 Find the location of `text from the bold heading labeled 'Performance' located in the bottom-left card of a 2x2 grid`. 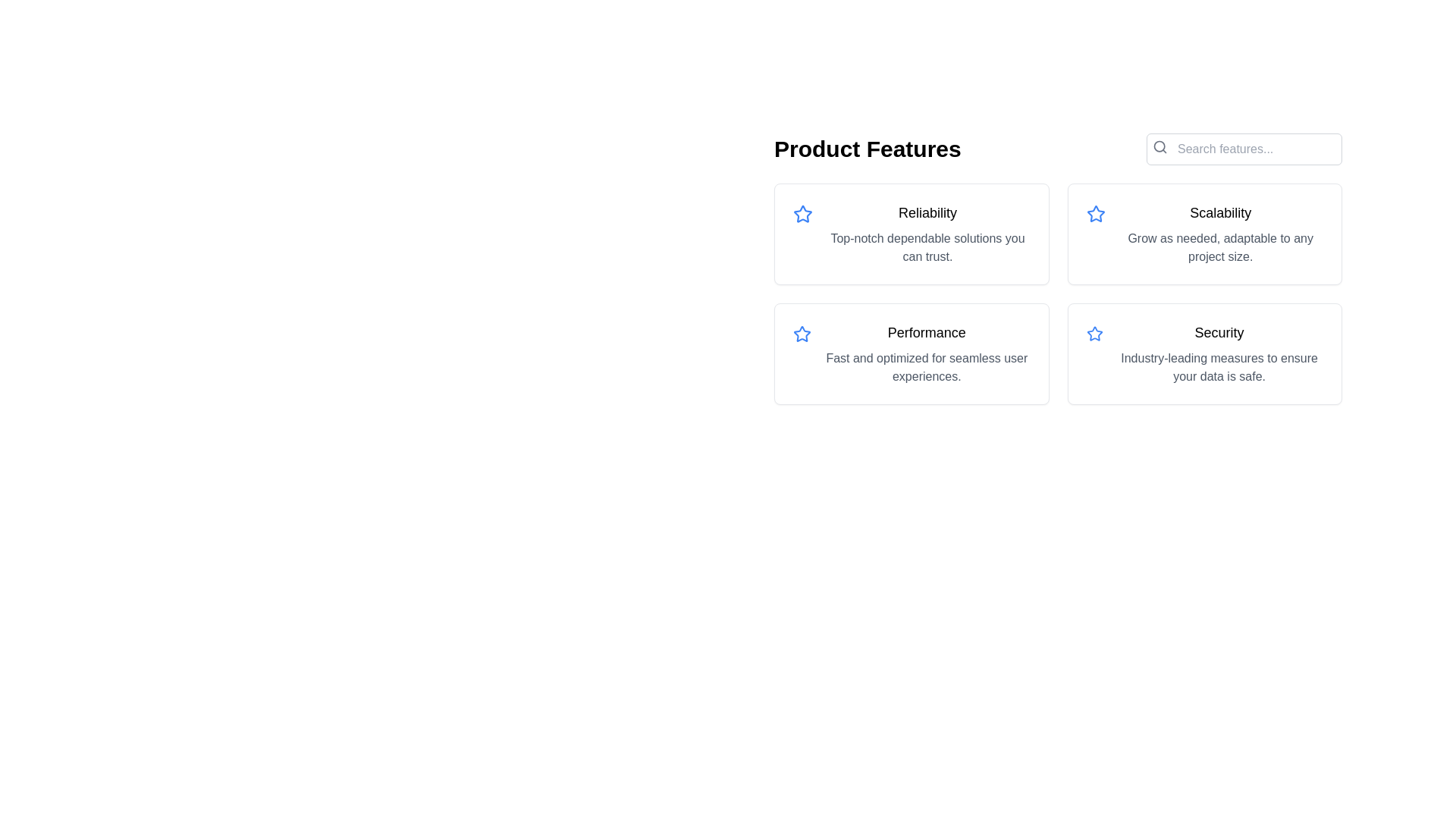

text from the bold heading labeled 'Performance' located in the bottom-left card of a 2x2 grid is located at coordinates (926, 332).